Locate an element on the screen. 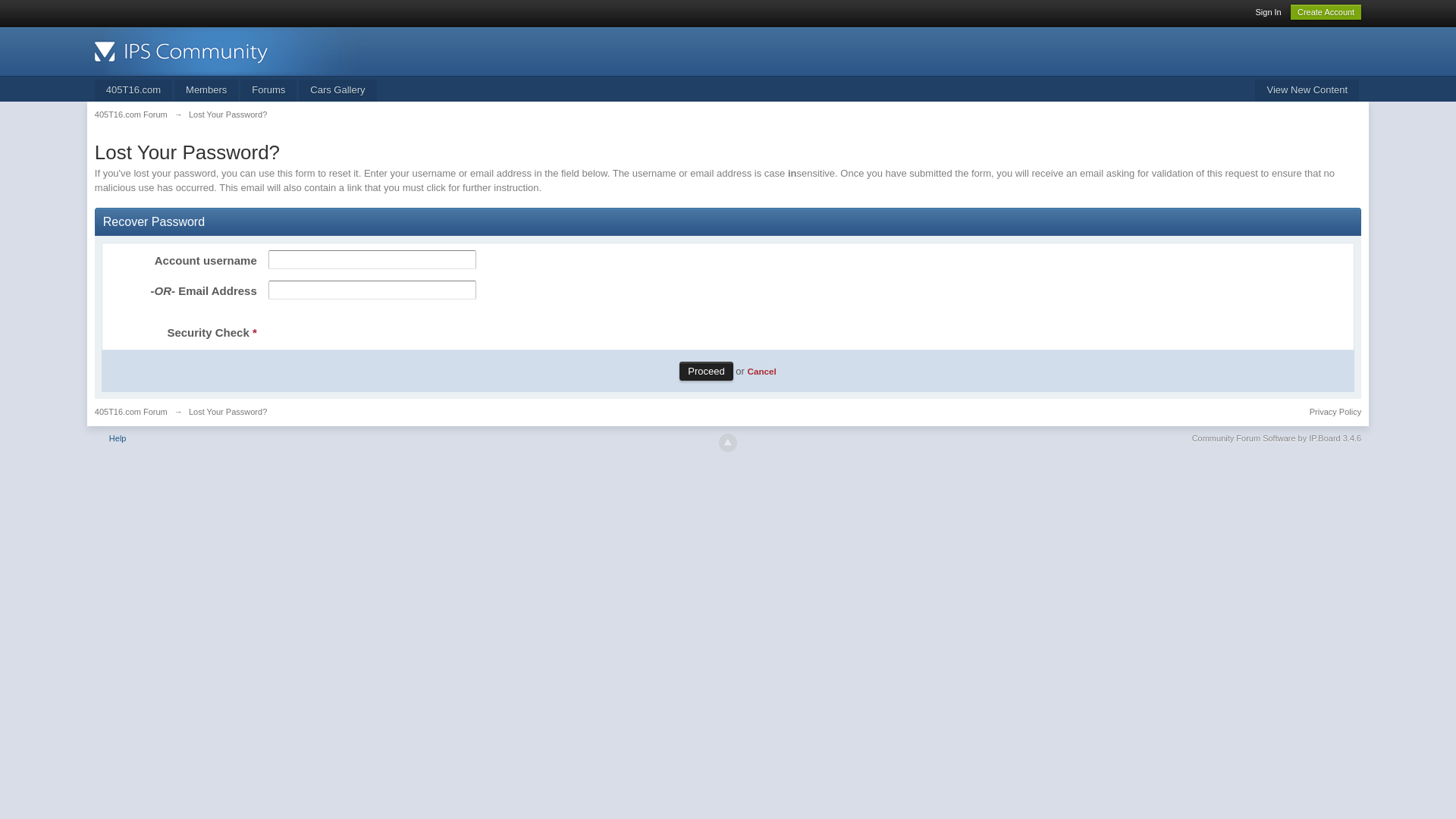 The width and height of the screenshot is (1456, 819). 'Cars Gallery' is located at coordinates (337, 90).